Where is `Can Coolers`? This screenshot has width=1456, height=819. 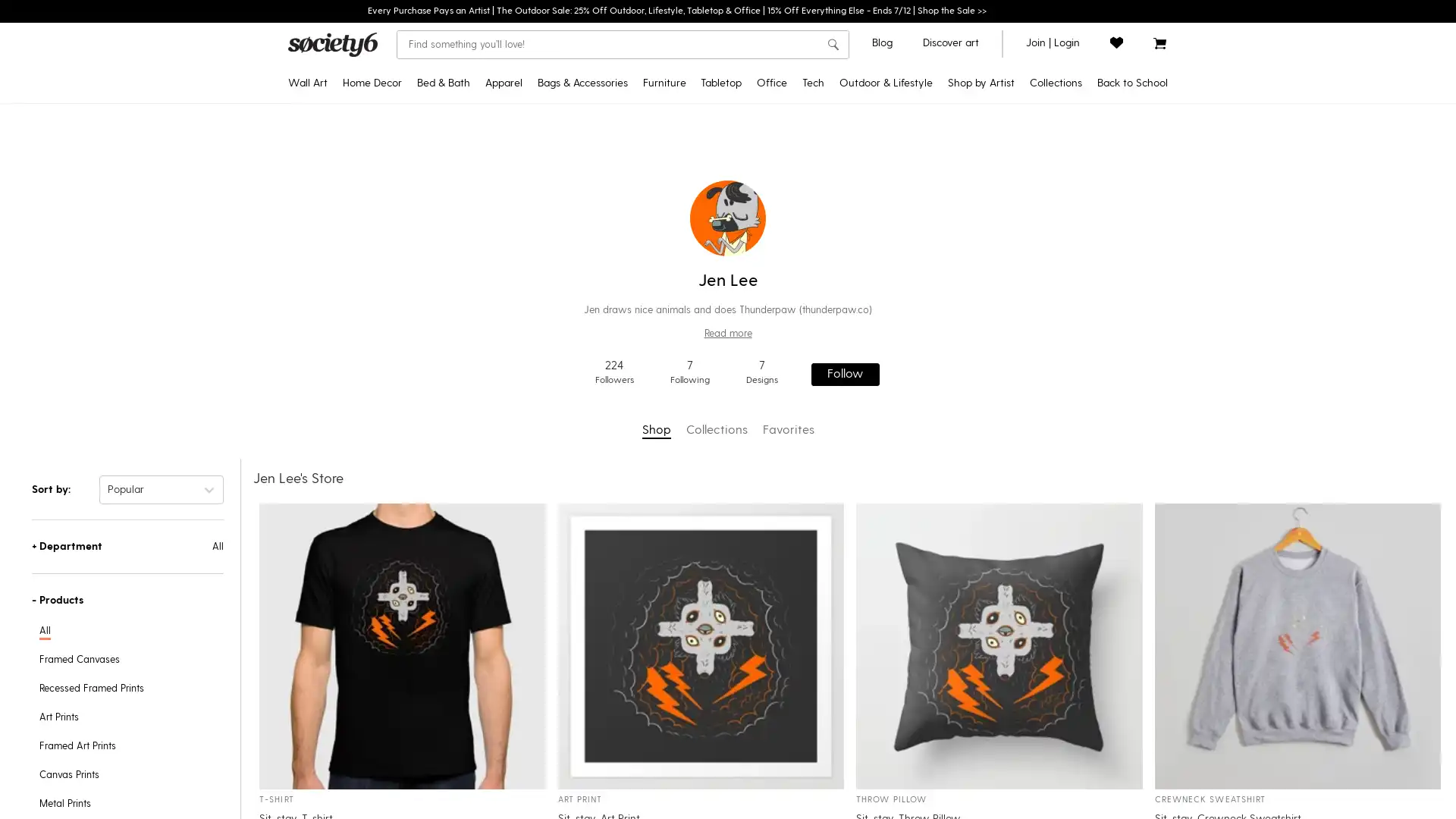
Can Coolers is located at coordinates (907, 317).